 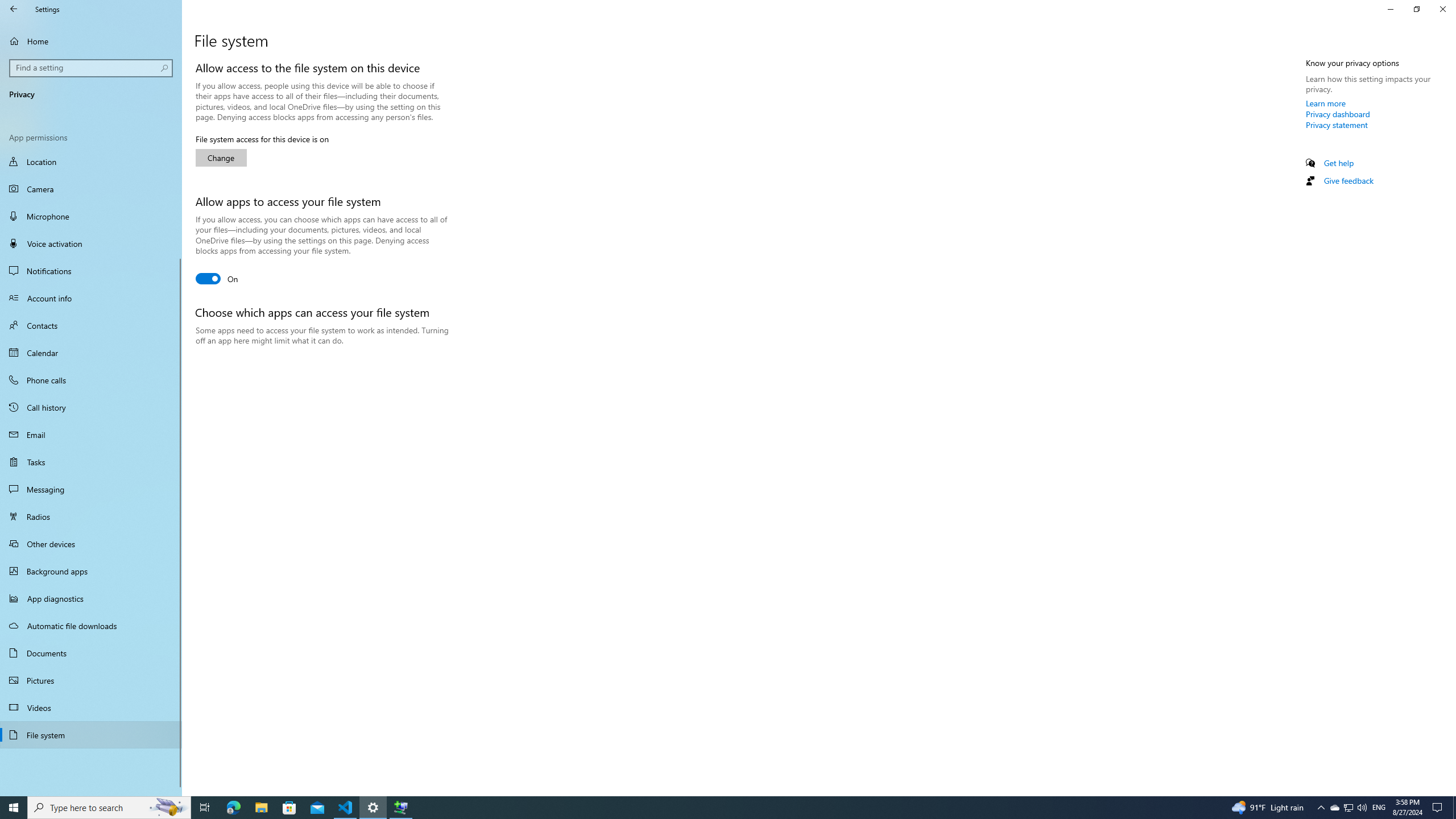 What do you see at coordinates (90, 379) in the screenshot?
I see `'Phone calls'` at bounding box center [90, 379].